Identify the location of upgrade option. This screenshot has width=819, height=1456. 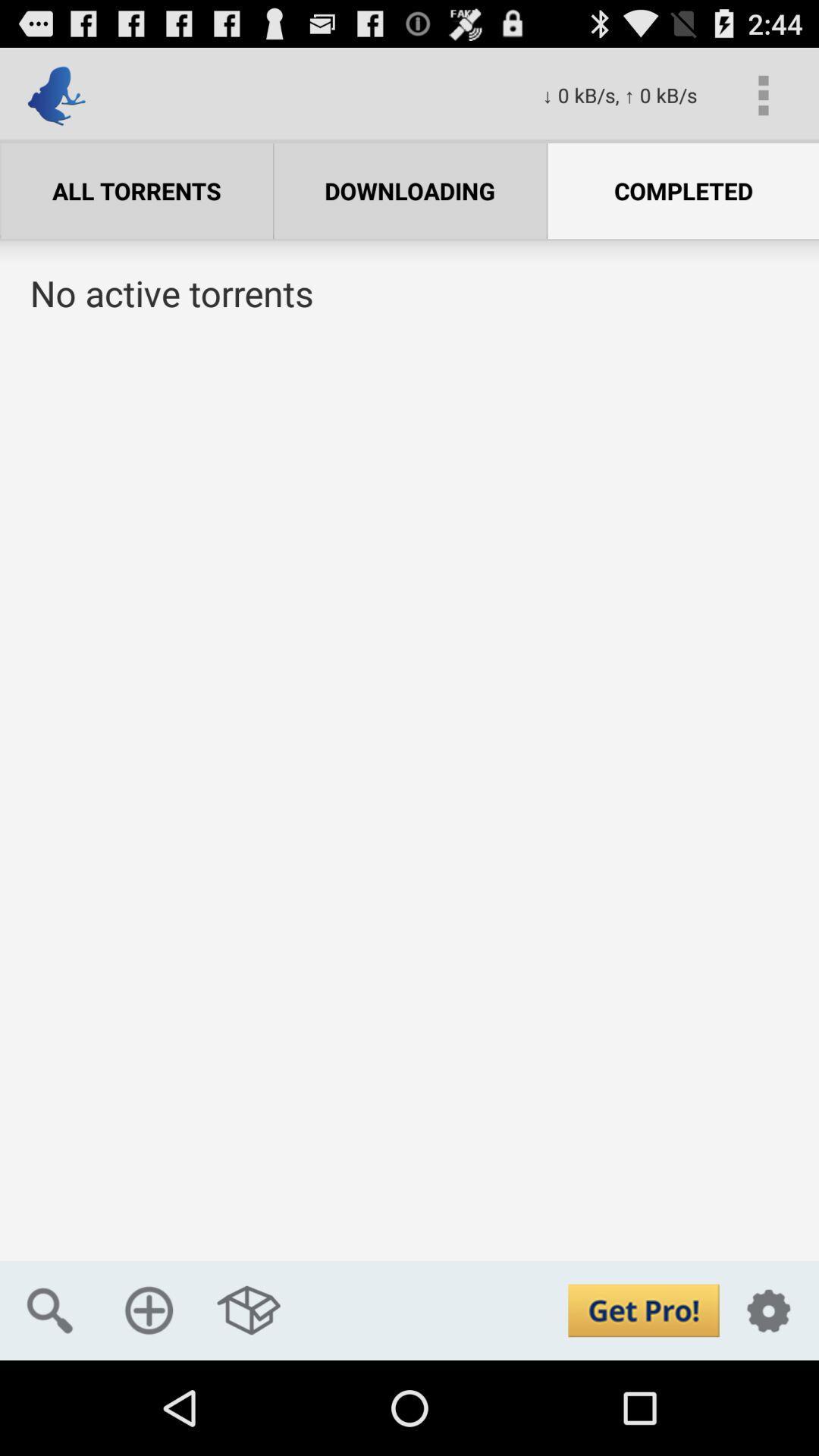
(643, 1310).